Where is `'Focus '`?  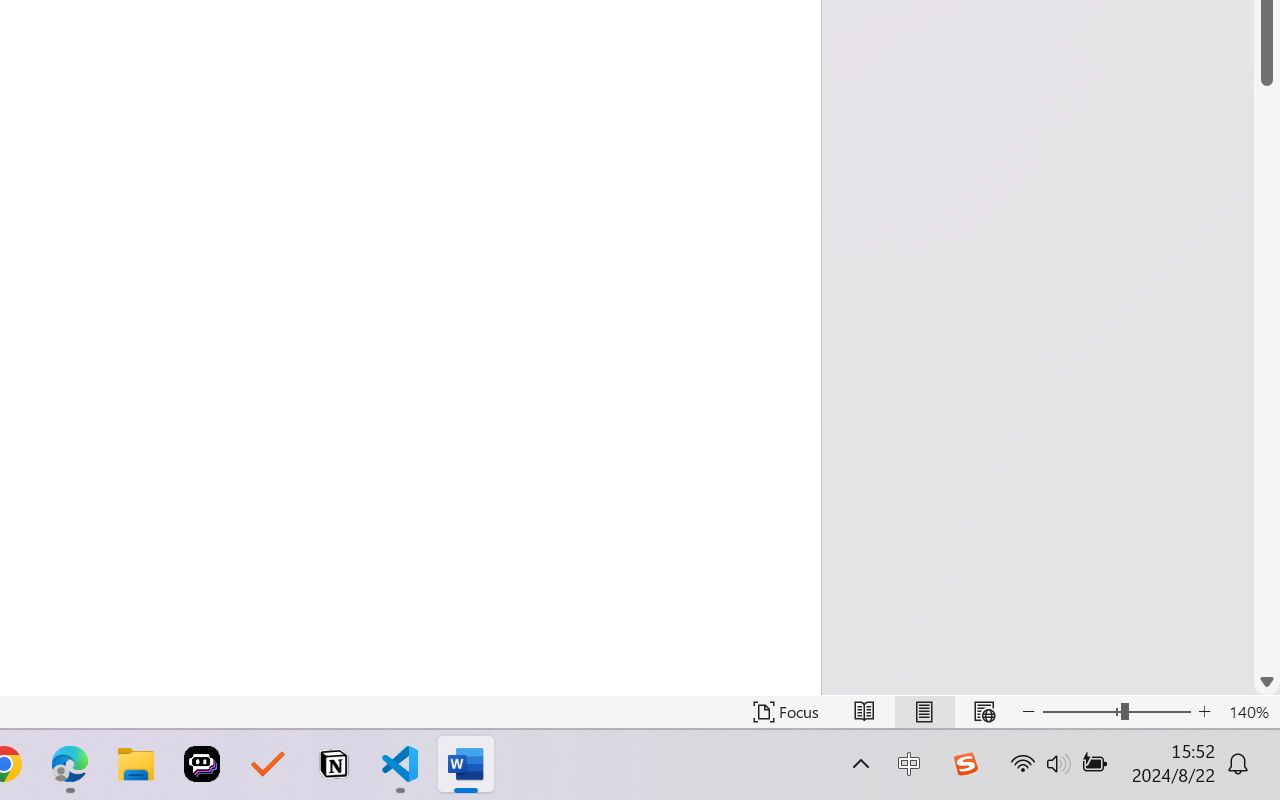
'Focus ' is located at coordinates (785, 711).